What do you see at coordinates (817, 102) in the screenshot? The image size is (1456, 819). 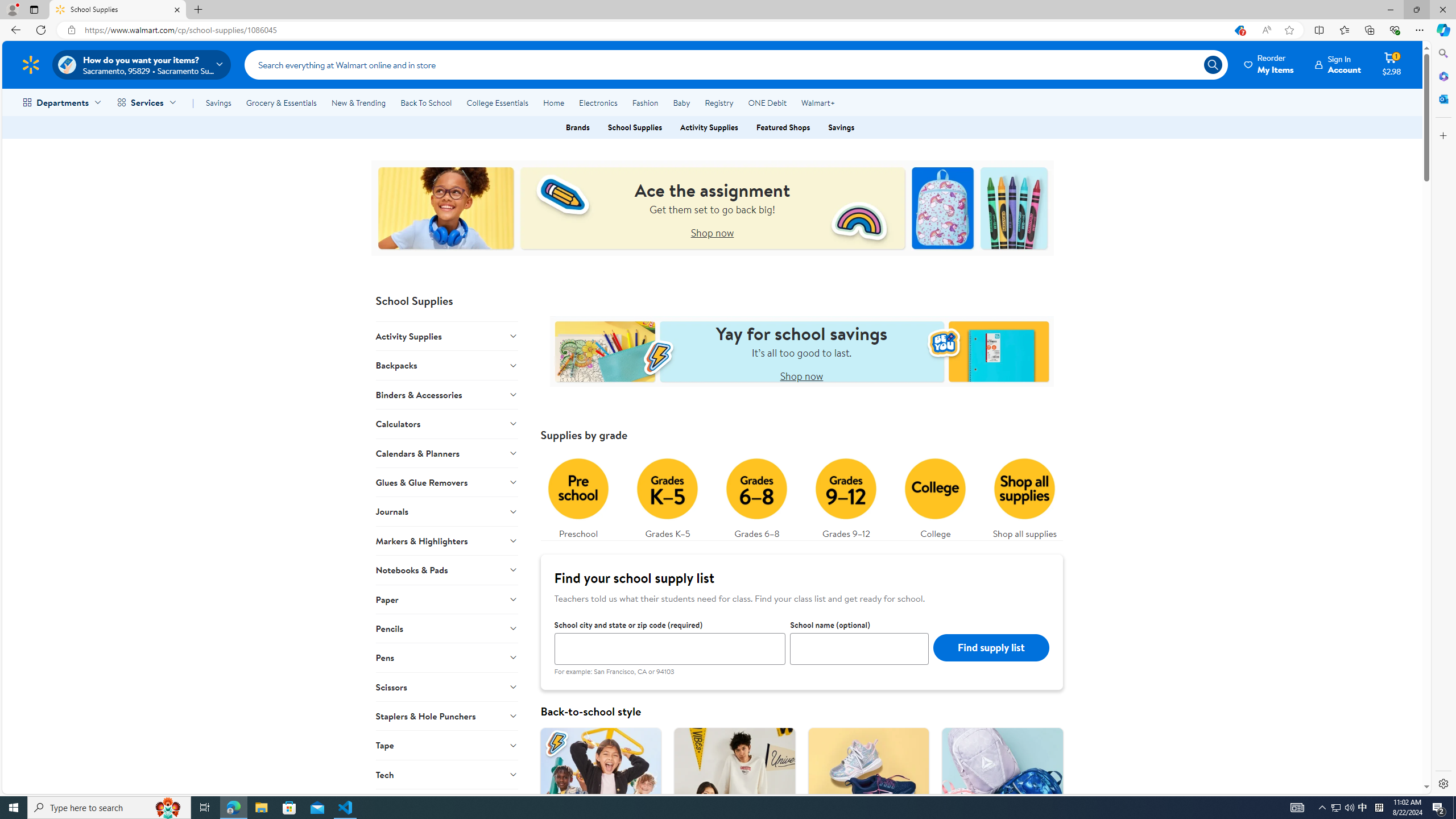 I see `'Walmart+'` at bounding box center [817, 102].